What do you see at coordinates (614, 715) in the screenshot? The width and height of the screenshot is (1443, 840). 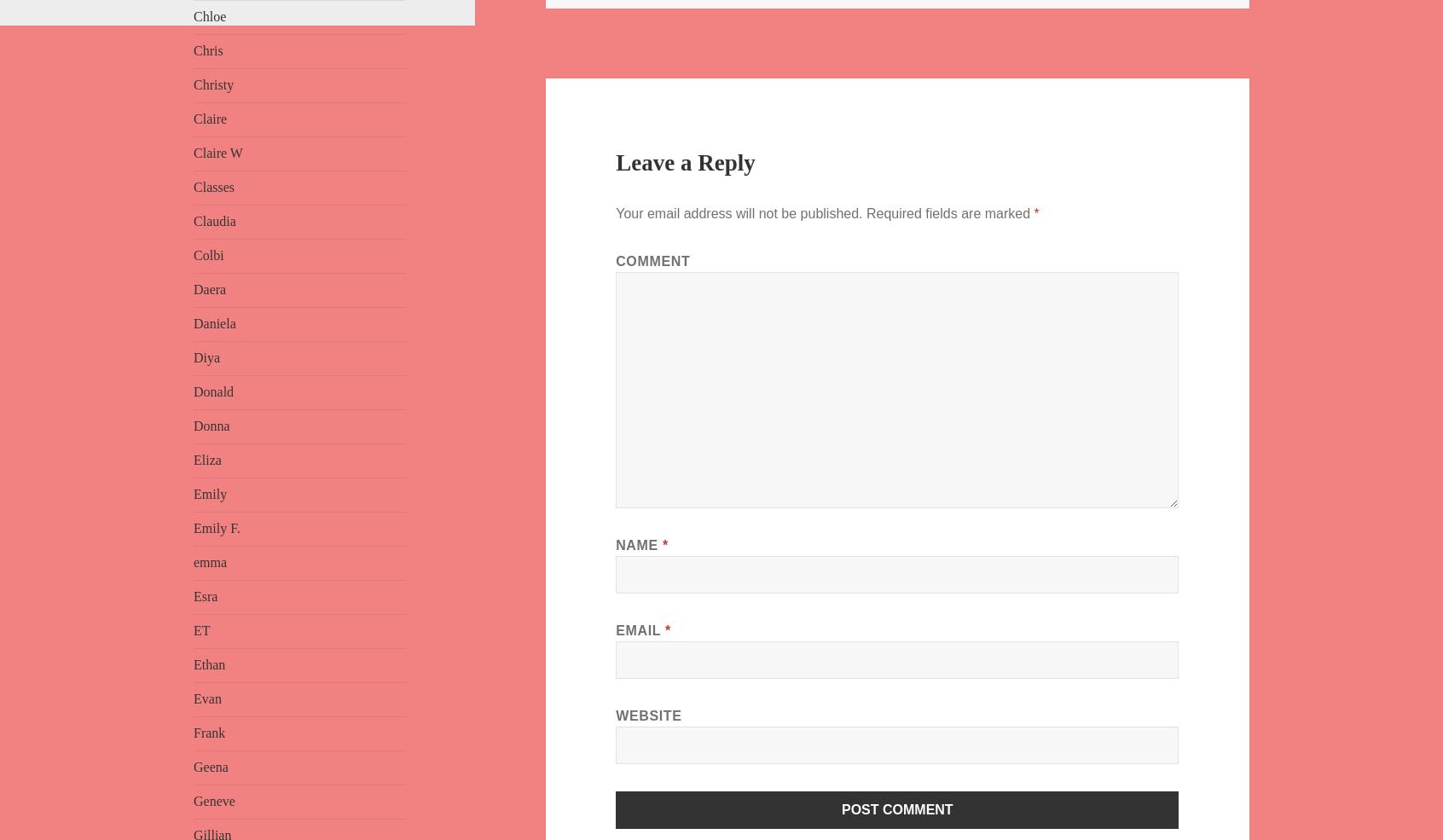 I see `'Website'` at bounding box center [614, 715].